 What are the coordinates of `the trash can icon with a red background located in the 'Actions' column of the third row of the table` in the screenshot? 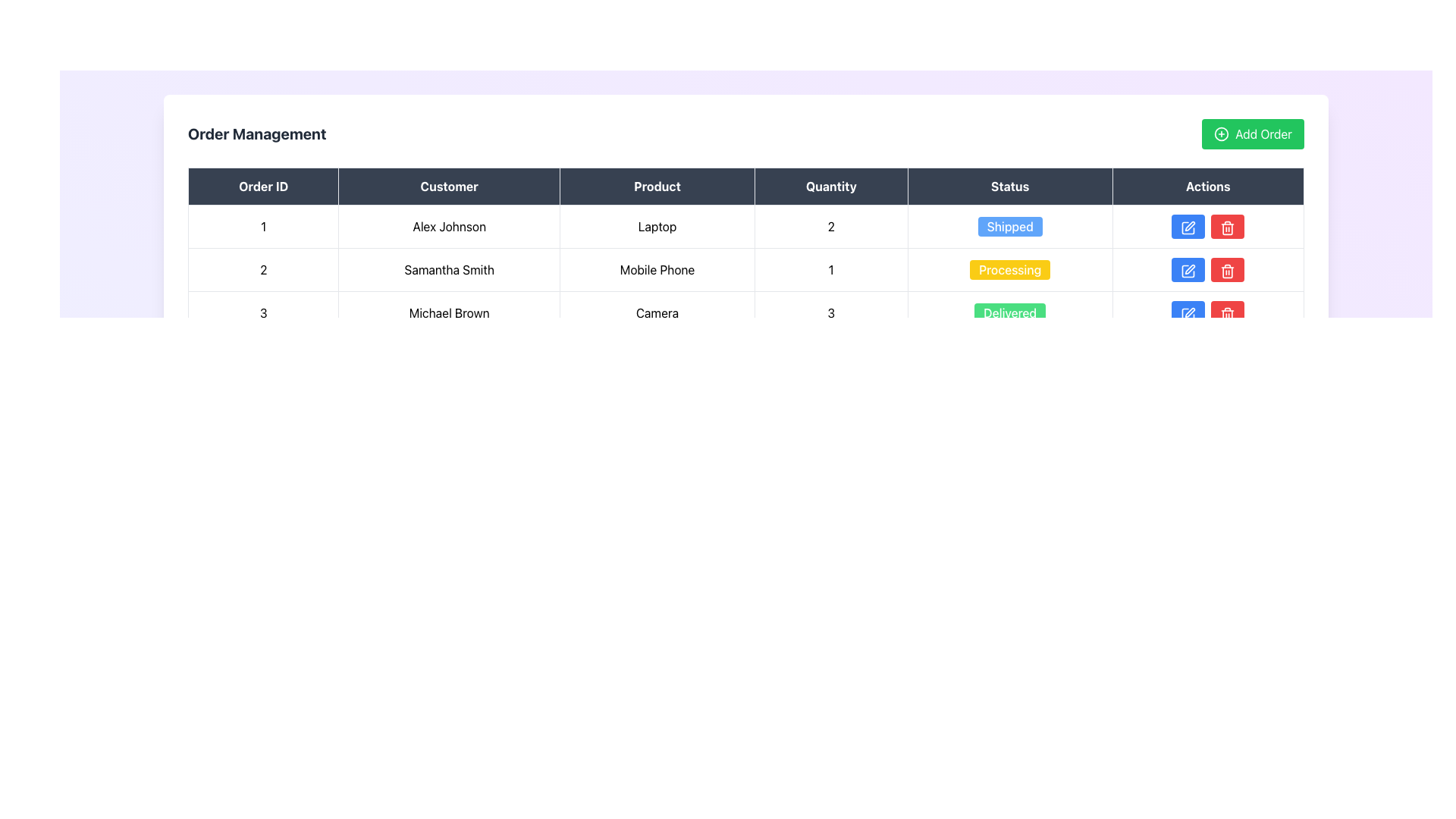 It's located at (1228, 313).